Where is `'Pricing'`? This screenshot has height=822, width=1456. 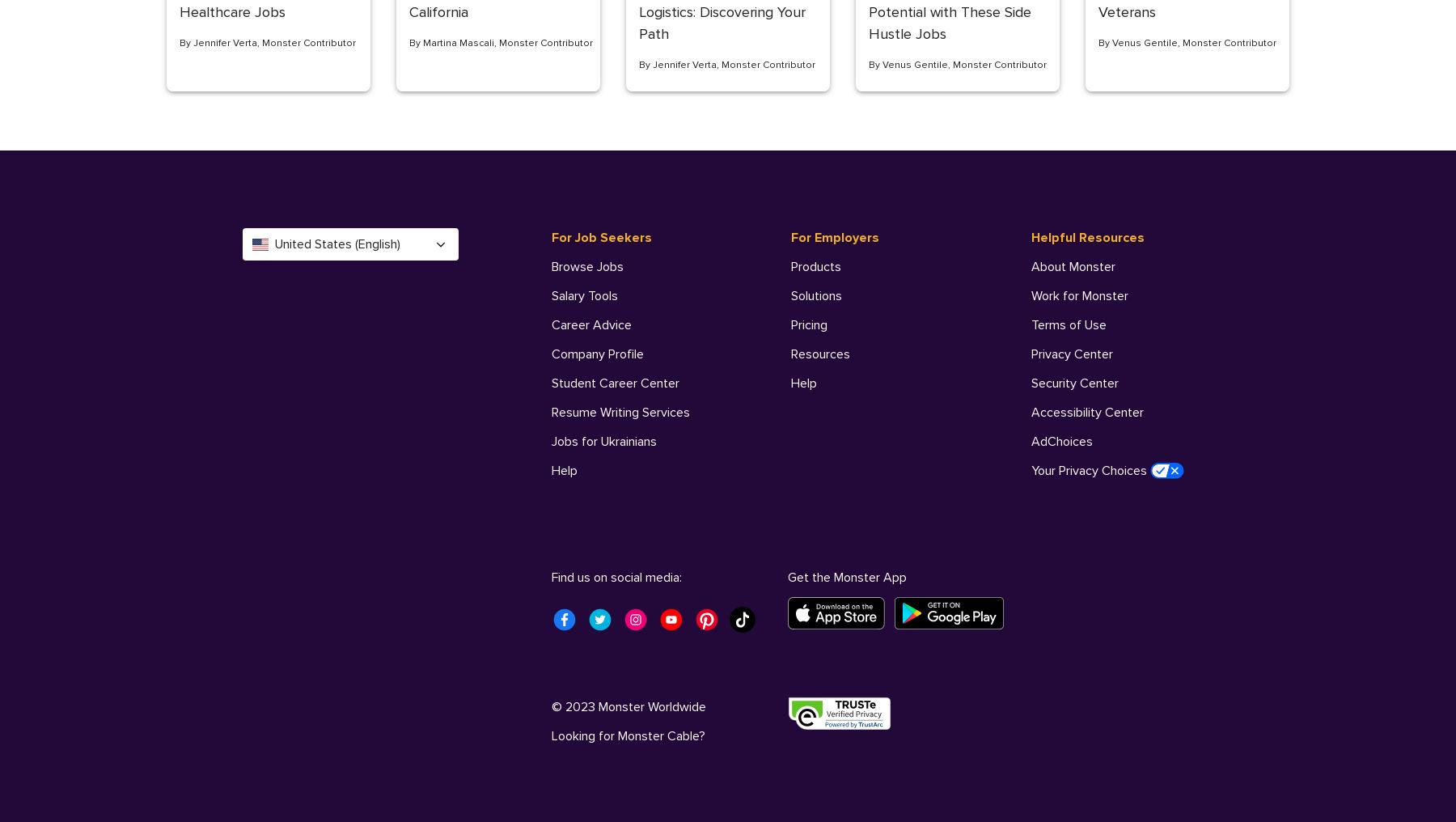 'Pricing' is located at coordinates (808, 324).